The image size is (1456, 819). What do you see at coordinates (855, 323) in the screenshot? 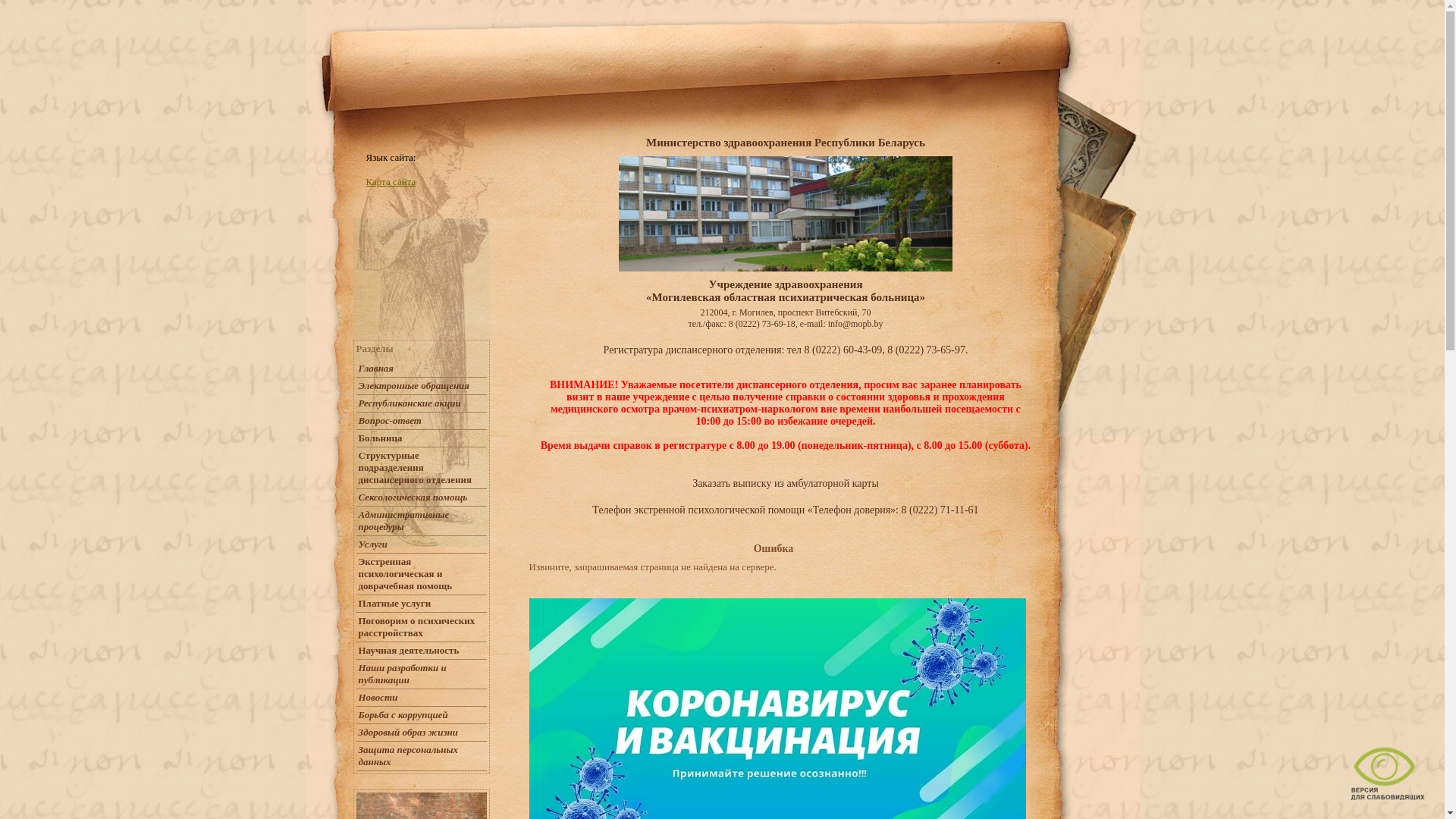
I see `'info@mopb.by'` at bounding box center [855, 323].